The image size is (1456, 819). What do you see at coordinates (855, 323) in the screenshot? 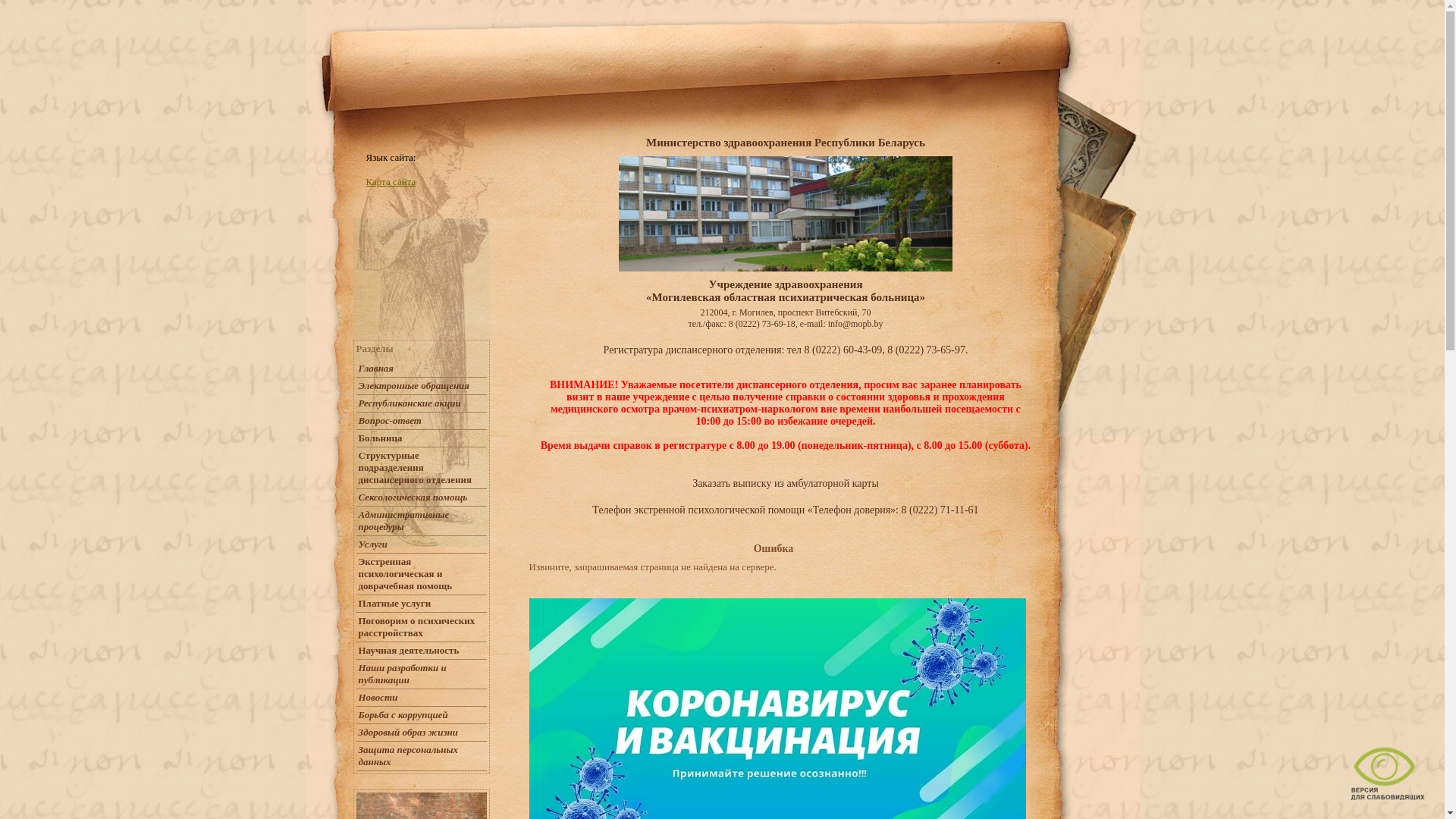
I see `'info@mopb.by'` at bounding box center [855, 323].